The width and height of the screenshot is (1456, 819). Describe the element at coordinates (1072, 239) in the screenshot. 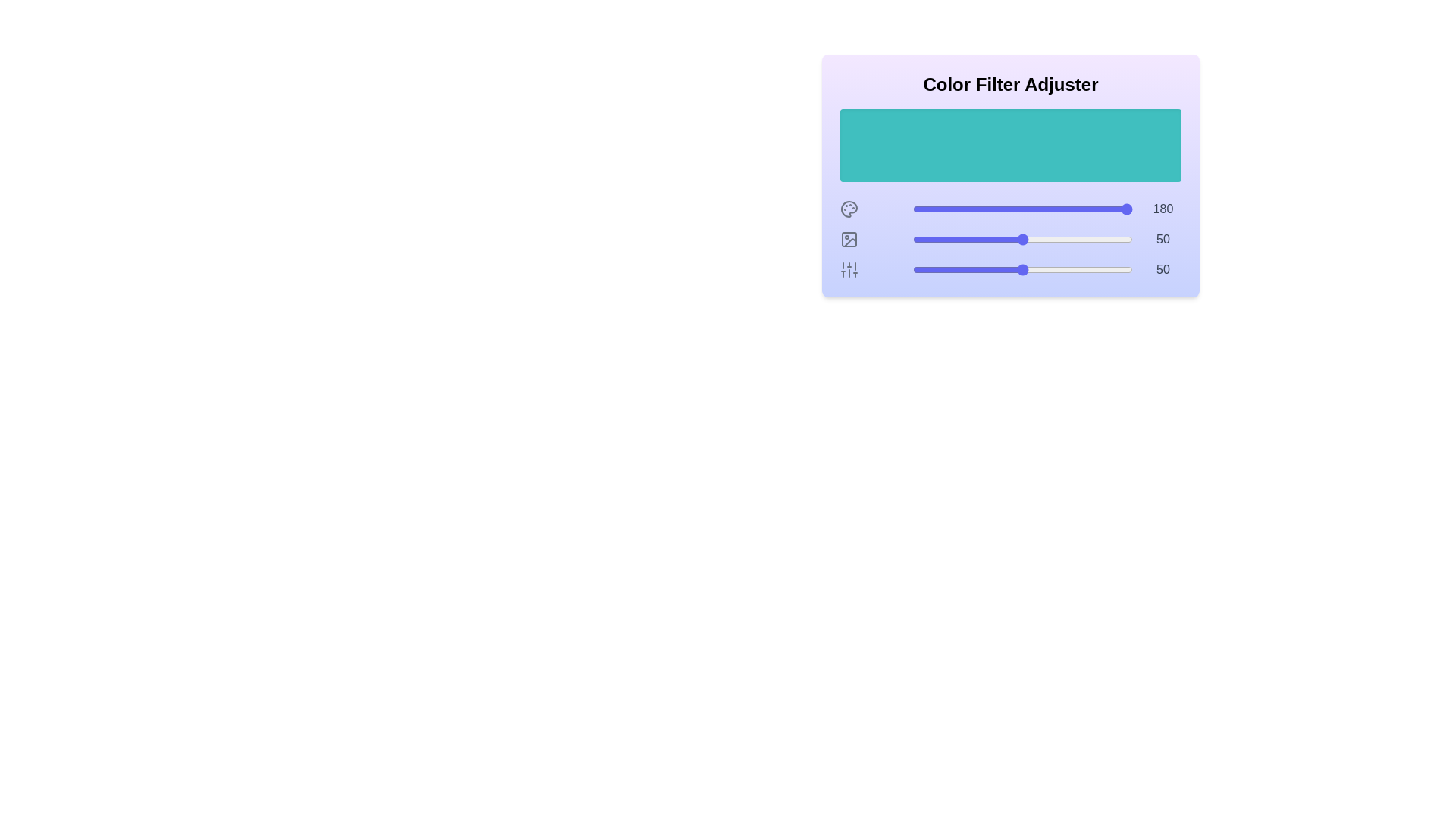

I see `the 1 slider to 73 to observe the color preview area` at that location.